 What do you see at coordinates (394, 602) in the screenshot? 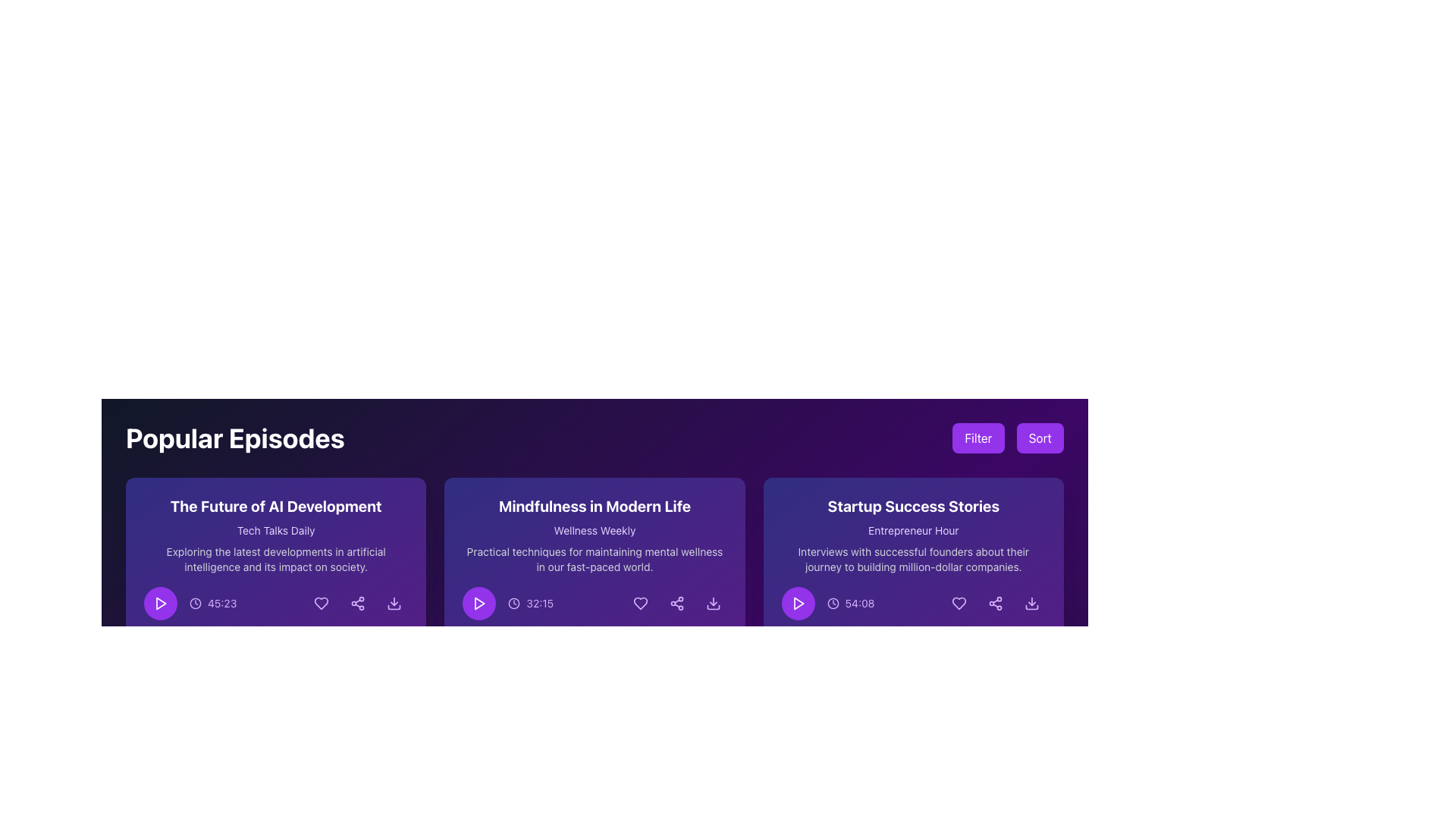
I see `the third circular button for downloading the episode in the 'Popular Episodes' section labeled 'The Future of AI Development'` at bounding box center [394, 602].